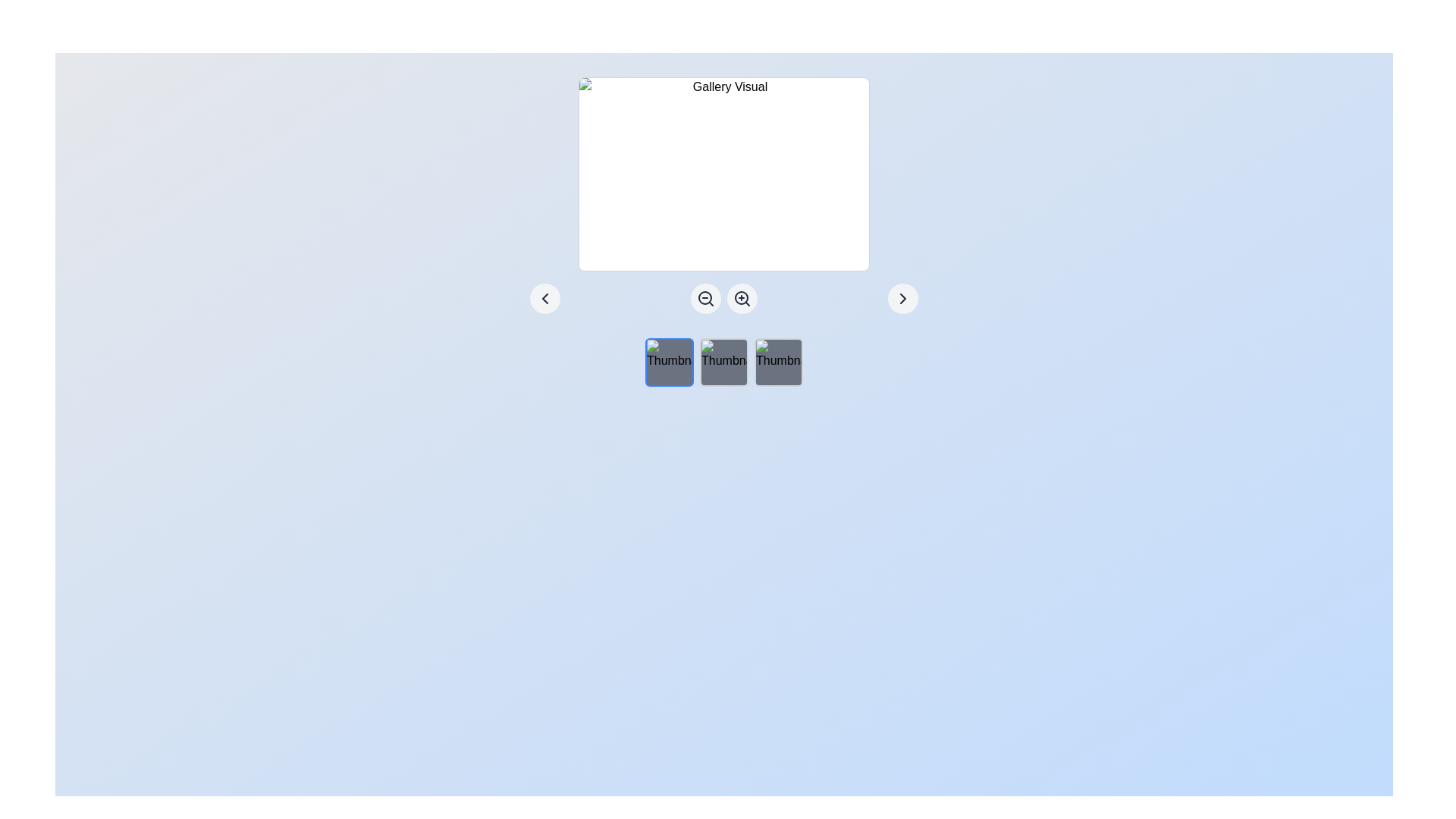  I want to click on the circular SVG element representing the lens of the magnifying glass in the zoom-out icon located at the bottom center of the interface, so click(704, 298).